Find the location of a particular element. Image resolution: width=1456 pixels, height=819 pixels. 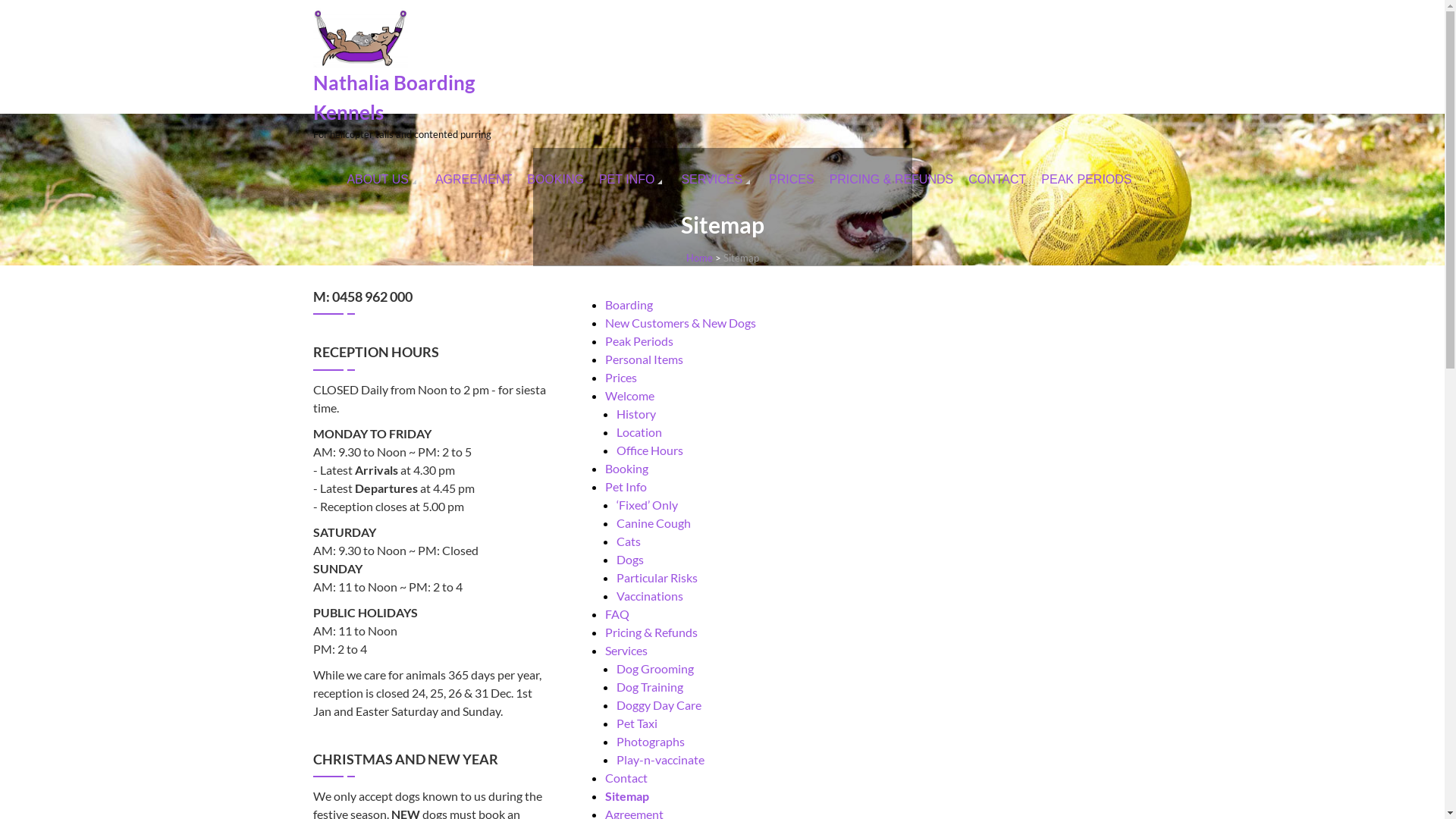

'FAQ' is located at coordinates (617, 613).